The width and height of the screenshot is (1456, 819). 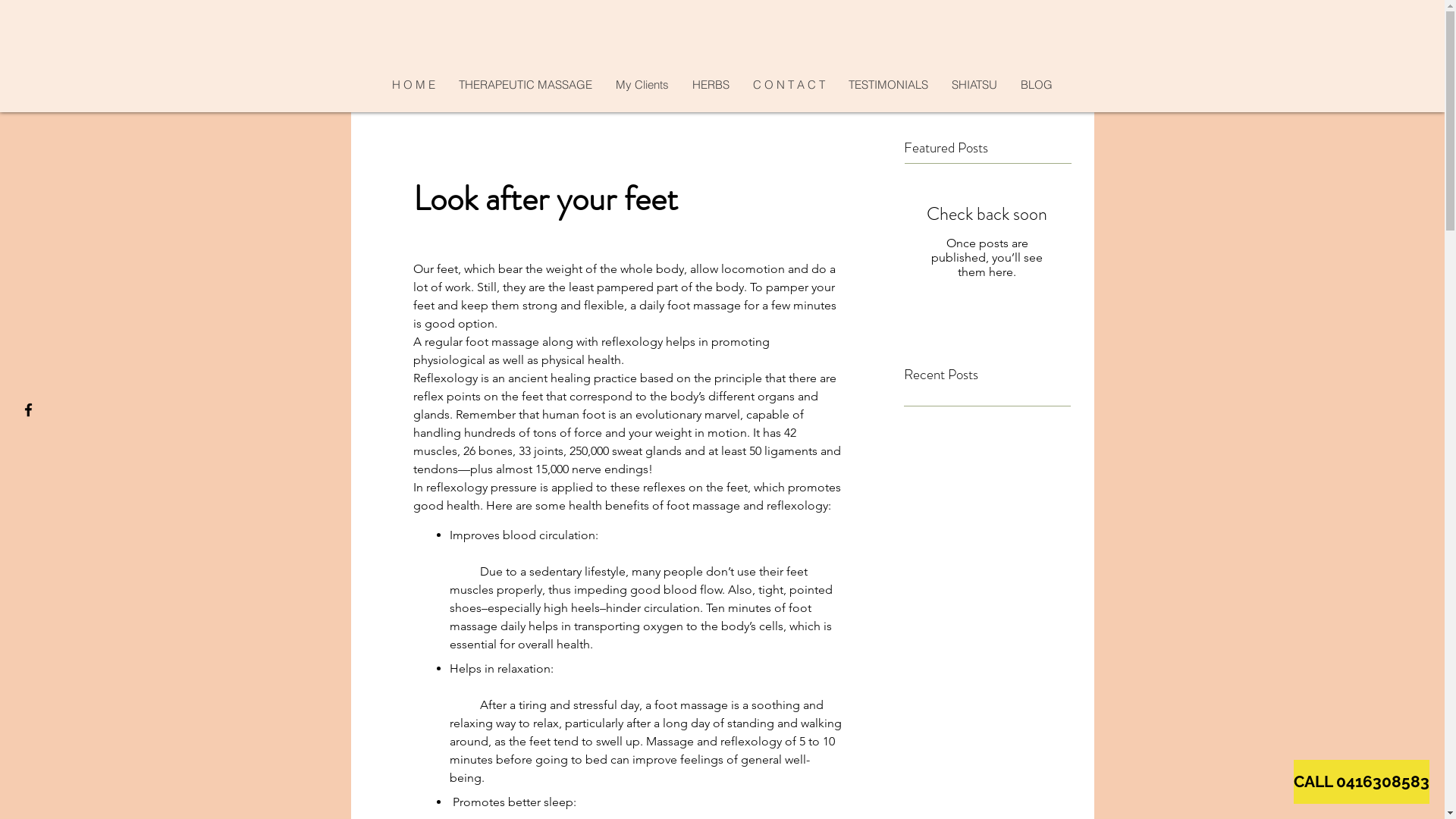 I want to click on 'TESTIMONIALS', so click(x=888, y=84).